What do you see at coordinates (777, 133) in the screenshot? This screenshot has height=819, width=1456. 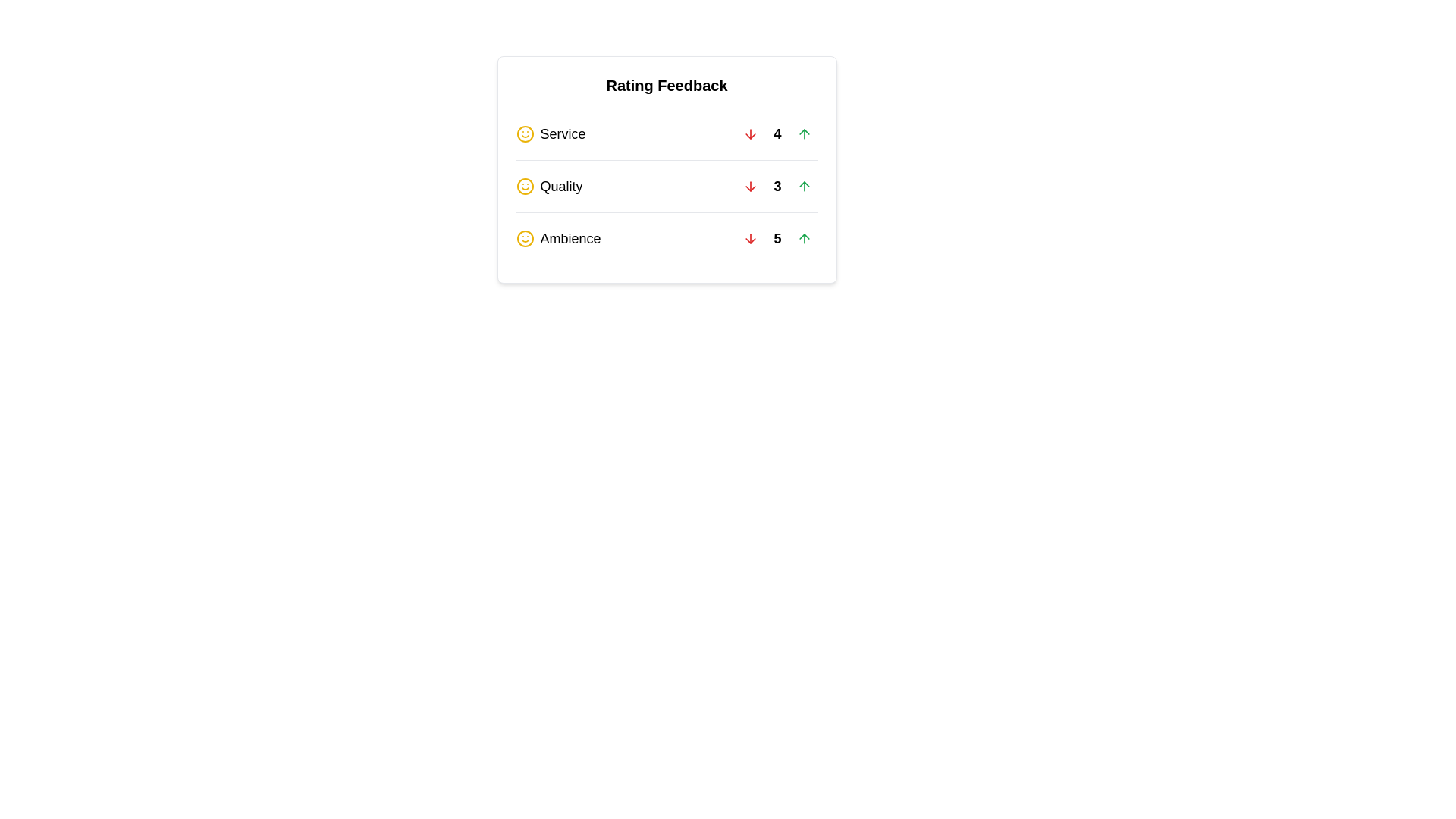 I see `the numerical display showing the value '4', which is centrally placed between a red decrease arrow and a green increase arrow, indicating it is a core part of the UI` at bounding box center [777, 133].